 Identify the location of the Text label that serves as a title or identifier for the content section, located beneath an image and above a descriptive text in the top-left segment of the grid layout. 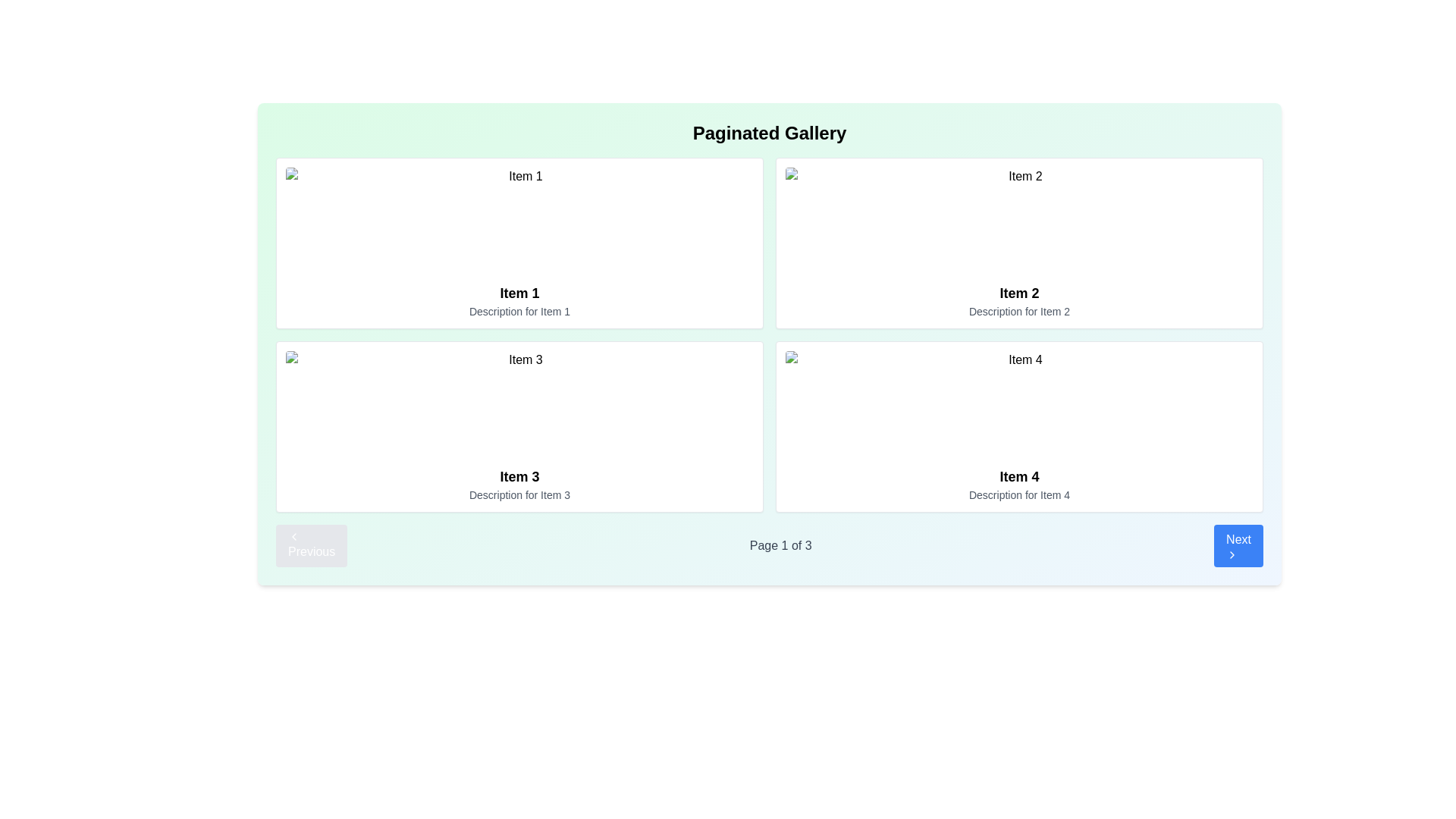
(519, 293).